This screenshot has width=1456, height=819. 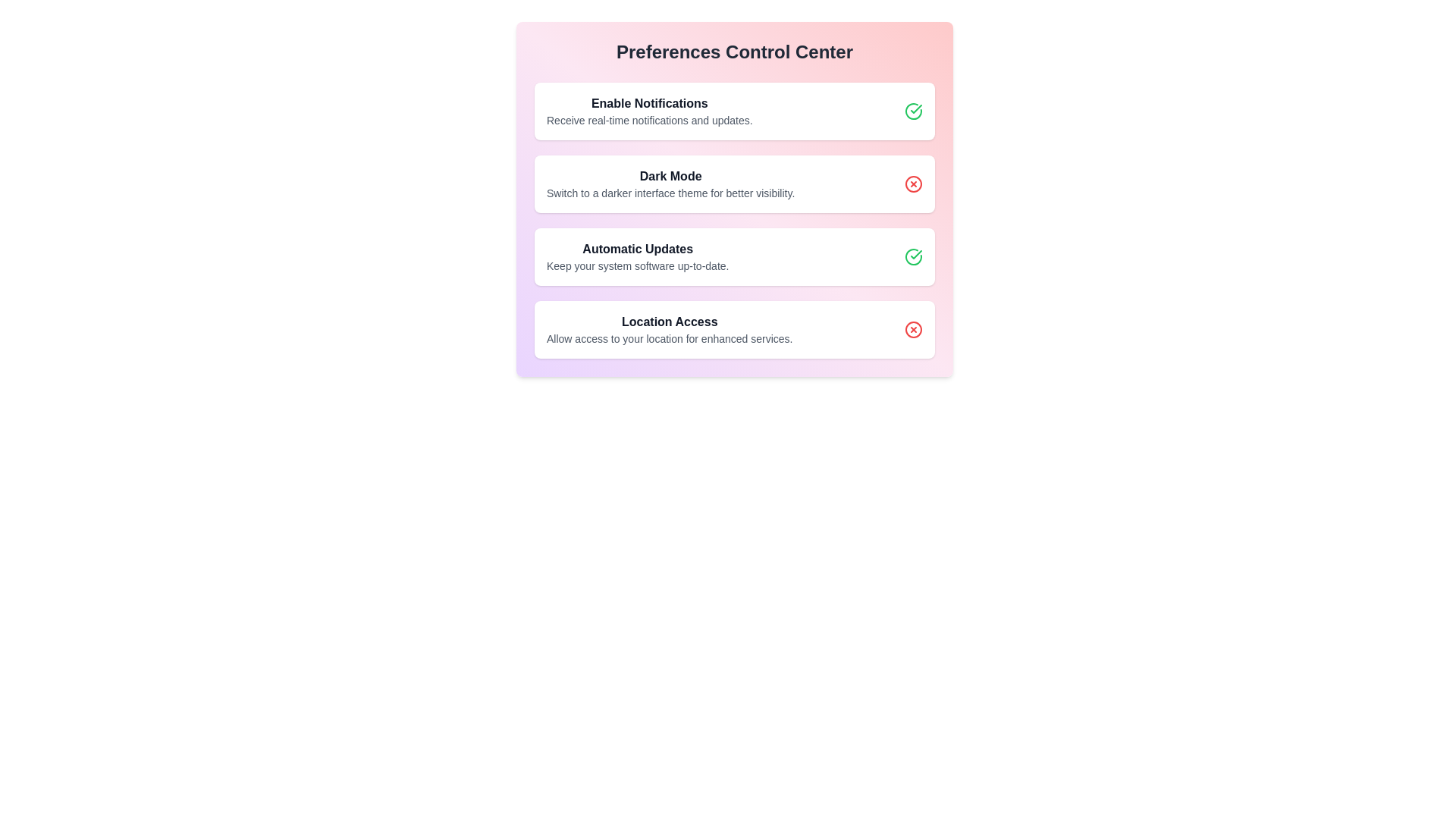 I want to click on the text label that reads 'Allow access to your location for enhanced services.' which is styled in a small, gray font and positioned below the 'Location Access' title, so click(x=669, y=338).